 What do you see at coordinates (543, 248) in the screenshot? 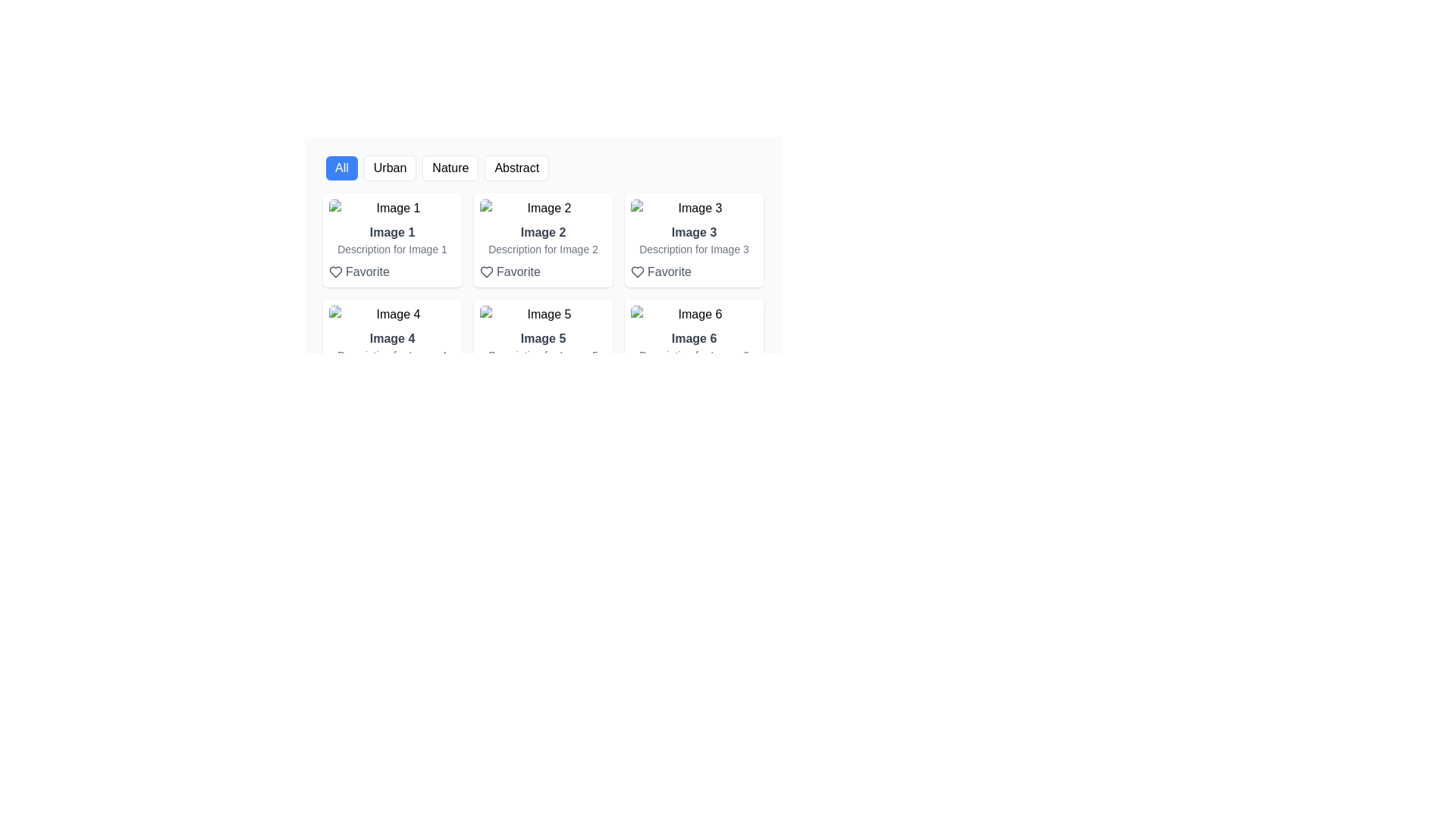
I see `the descriptive text label located below 'Image 2' and above the 'Favorite' button in the grid layout` at bounding box center [543, 248].